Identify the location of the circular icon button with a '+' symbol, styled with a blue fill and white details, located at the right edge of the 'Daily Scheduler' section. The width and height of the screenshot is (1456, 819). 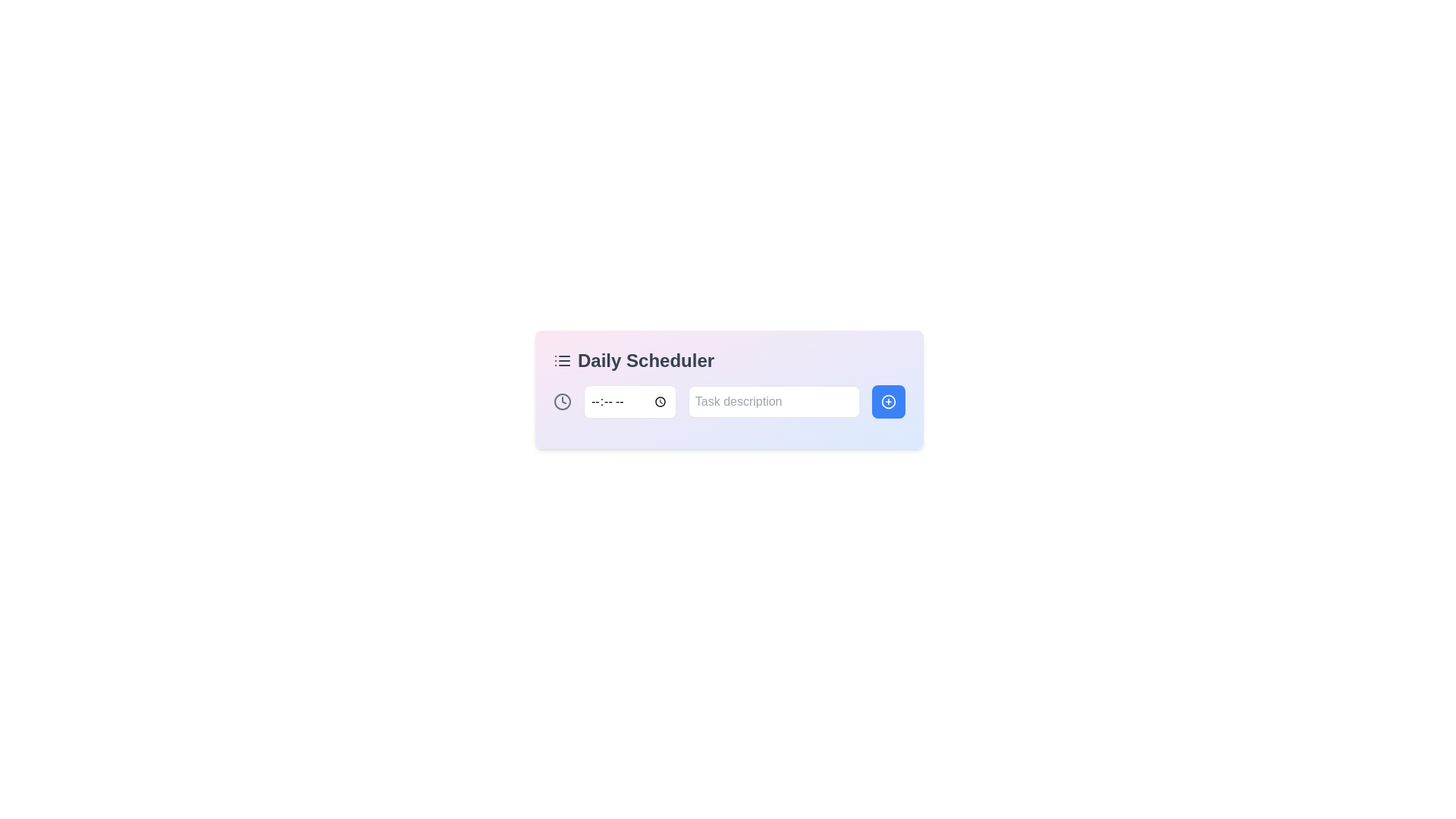
(888, 400).